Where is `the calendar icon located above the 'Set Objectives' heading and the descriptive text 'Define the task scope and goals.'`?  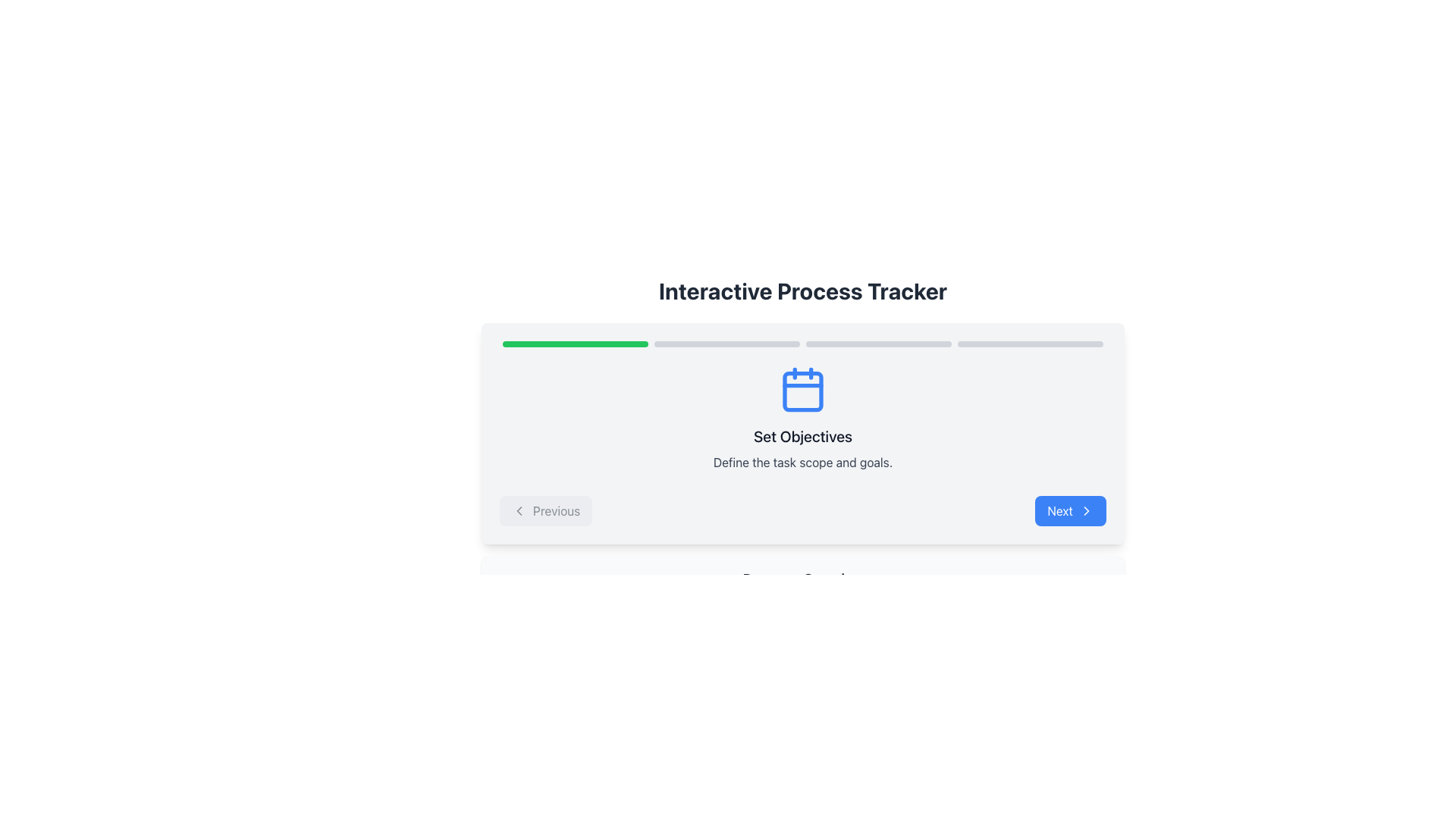 the calendar icon located above the 'Set Objectives' heading and the descriptive text 'Define the task scope and goals.' is located at coordinates (802, 388).